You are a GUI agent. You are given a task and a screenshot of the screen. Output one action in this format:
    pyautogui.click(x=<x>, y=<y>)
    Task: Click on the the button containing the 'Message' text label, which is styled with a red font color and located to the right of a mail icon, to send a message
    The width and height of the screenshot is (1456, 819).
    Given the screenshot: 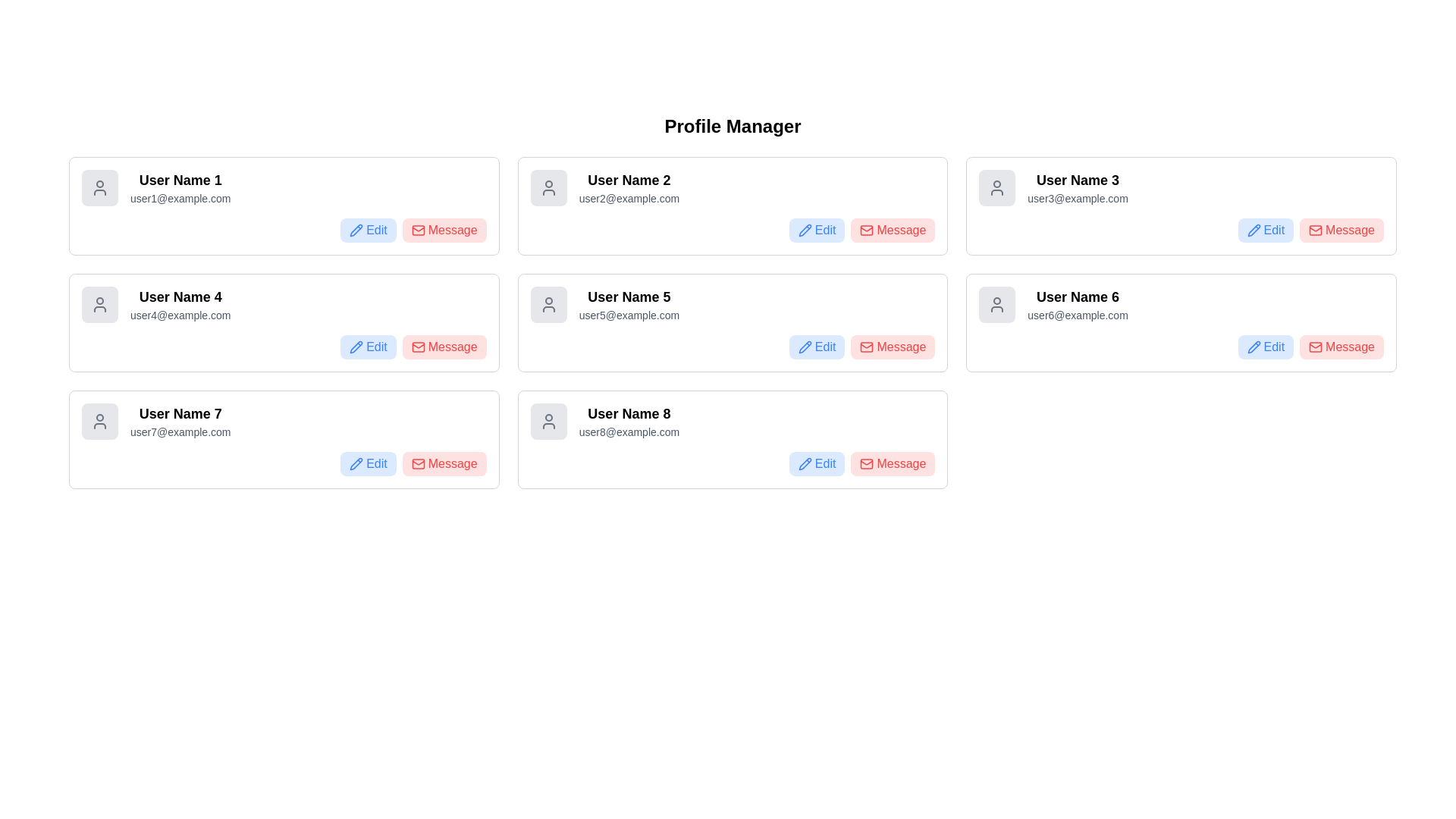 What is the action you would take?
    pyautogui.click(x=901, y=463)
    